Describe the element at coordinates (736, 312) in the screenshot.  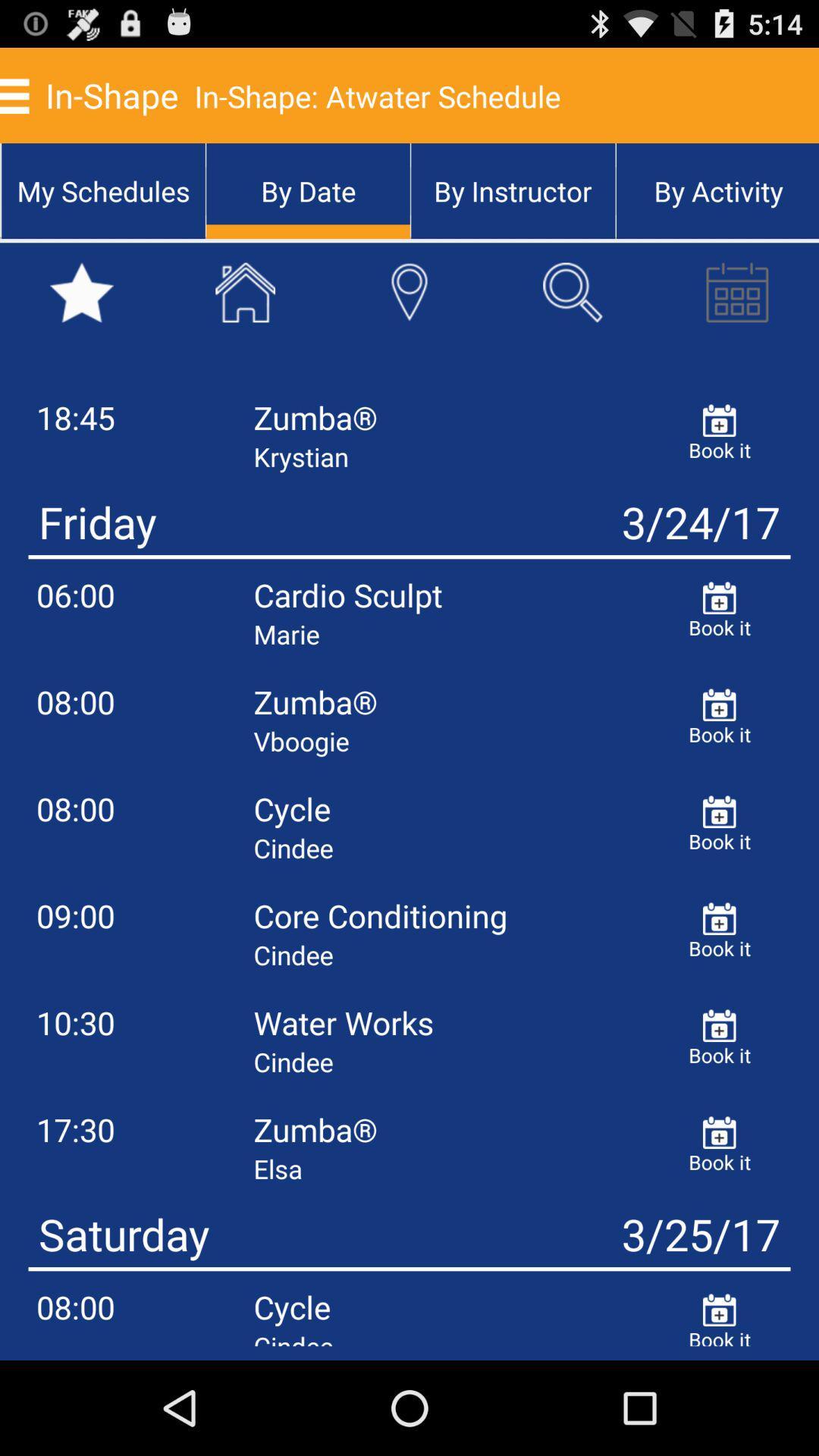
I see `the date_range icon` at that location.